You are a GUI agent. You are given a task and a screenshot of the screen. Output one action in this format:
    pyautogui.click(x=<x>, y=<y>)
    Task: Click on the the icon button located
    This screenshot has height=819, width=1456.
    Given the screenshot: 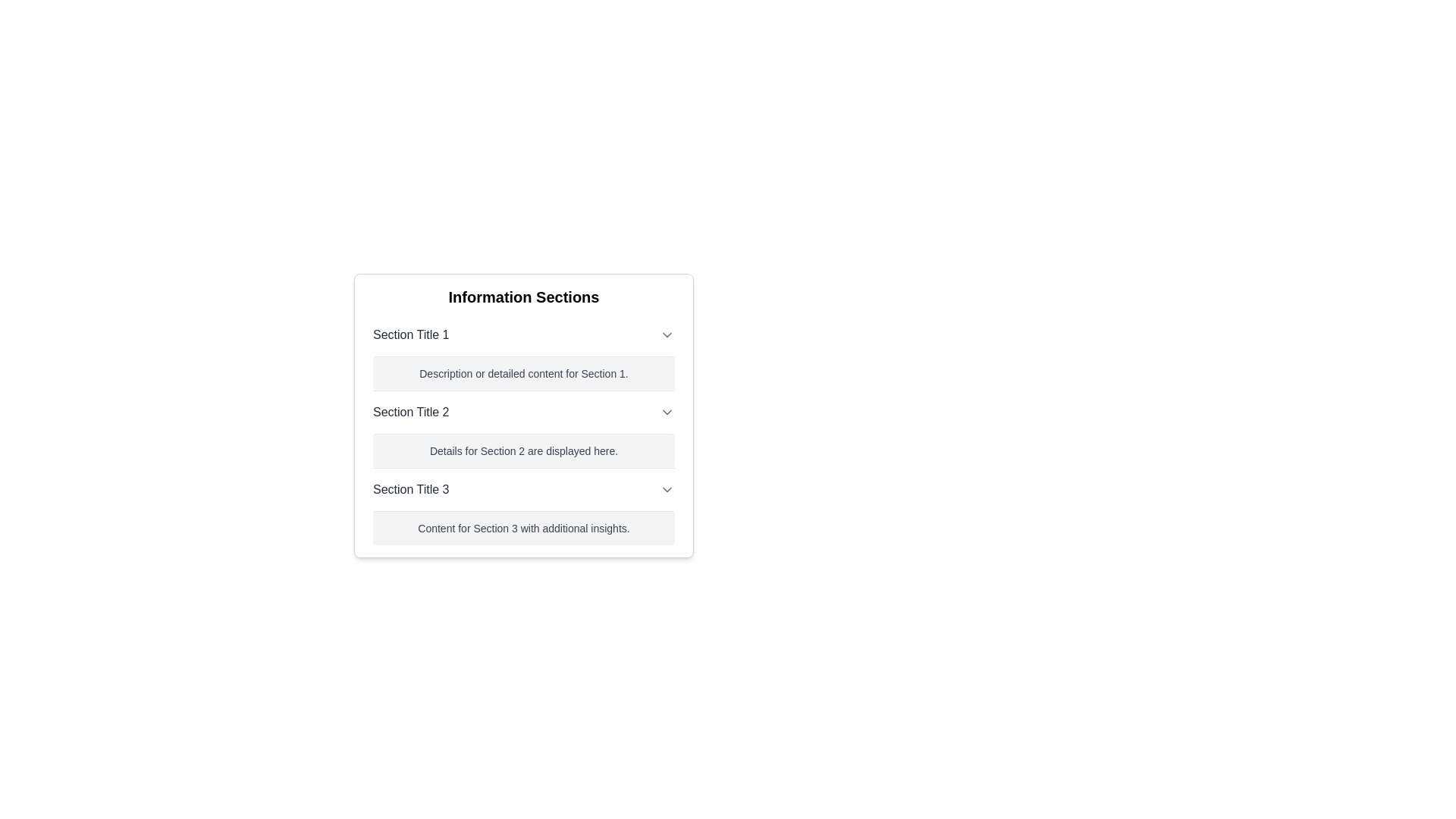 What is the action you would take?
    pyautogui.click(x=667, y=334)
    